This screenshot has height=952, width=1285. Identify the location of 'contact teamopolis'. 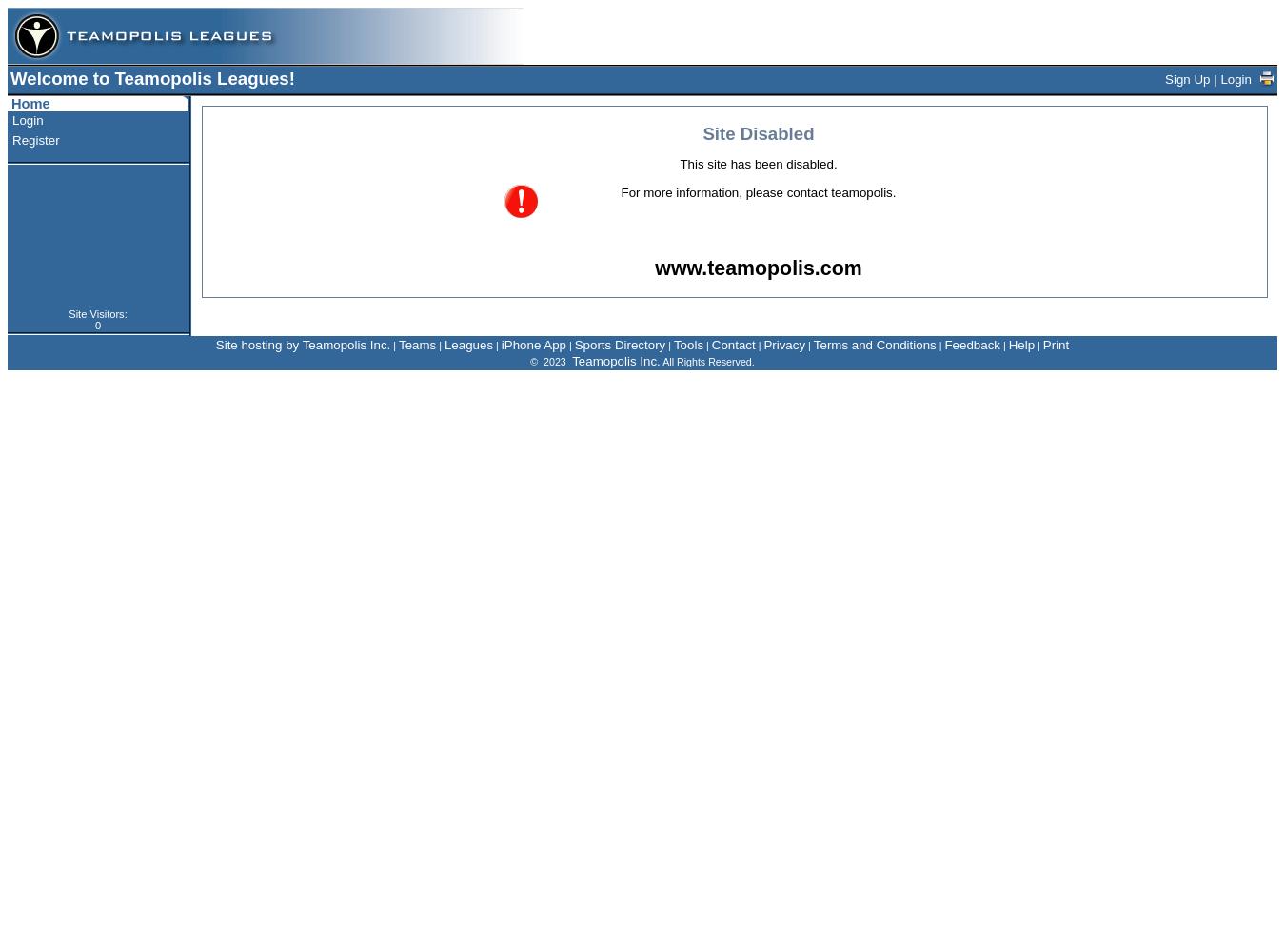
(839, 191).